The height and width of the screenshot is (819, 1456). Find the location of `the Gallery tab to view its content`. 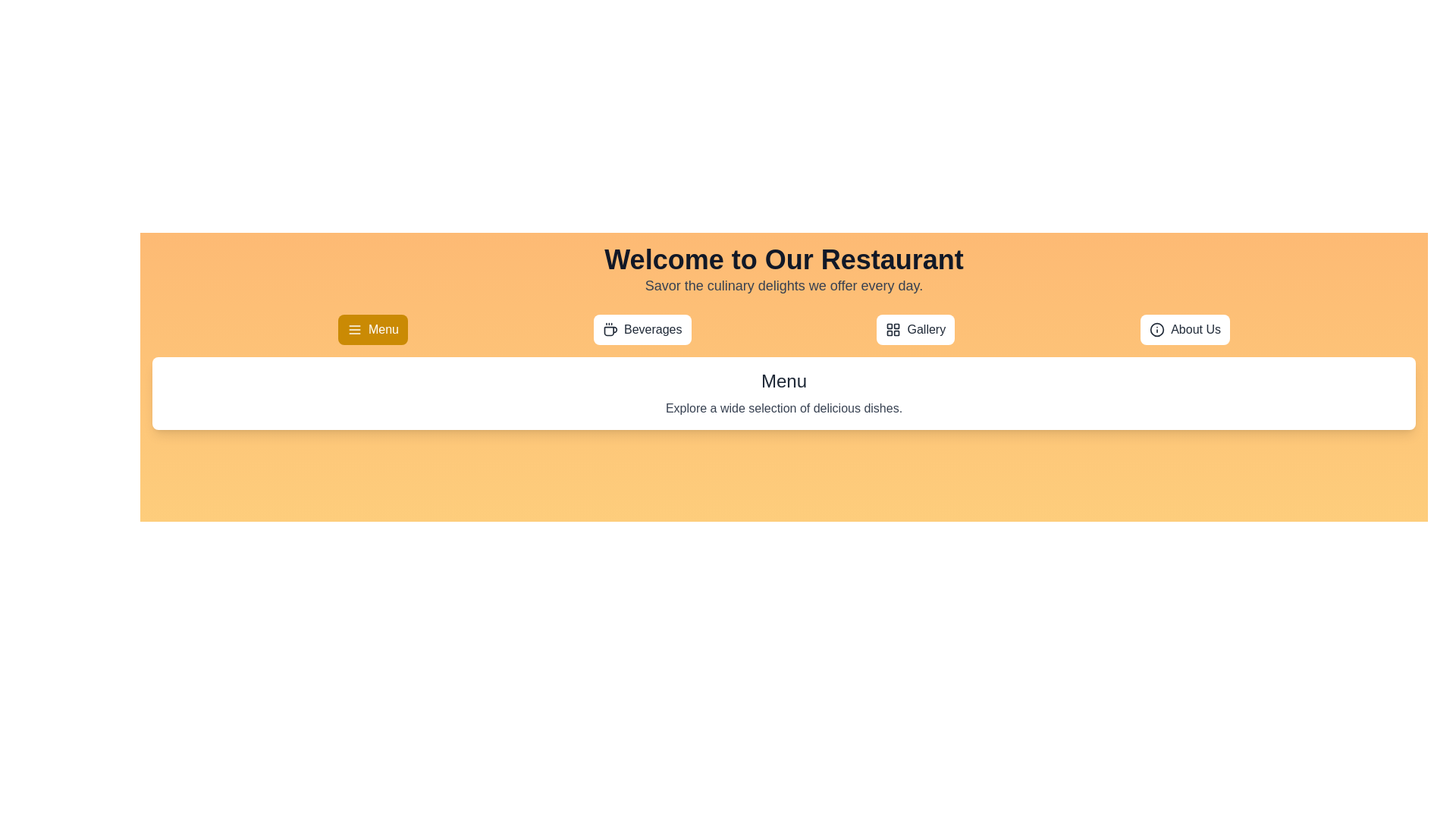

the Gallery tab to view its content is located at coordinates (915, 329).